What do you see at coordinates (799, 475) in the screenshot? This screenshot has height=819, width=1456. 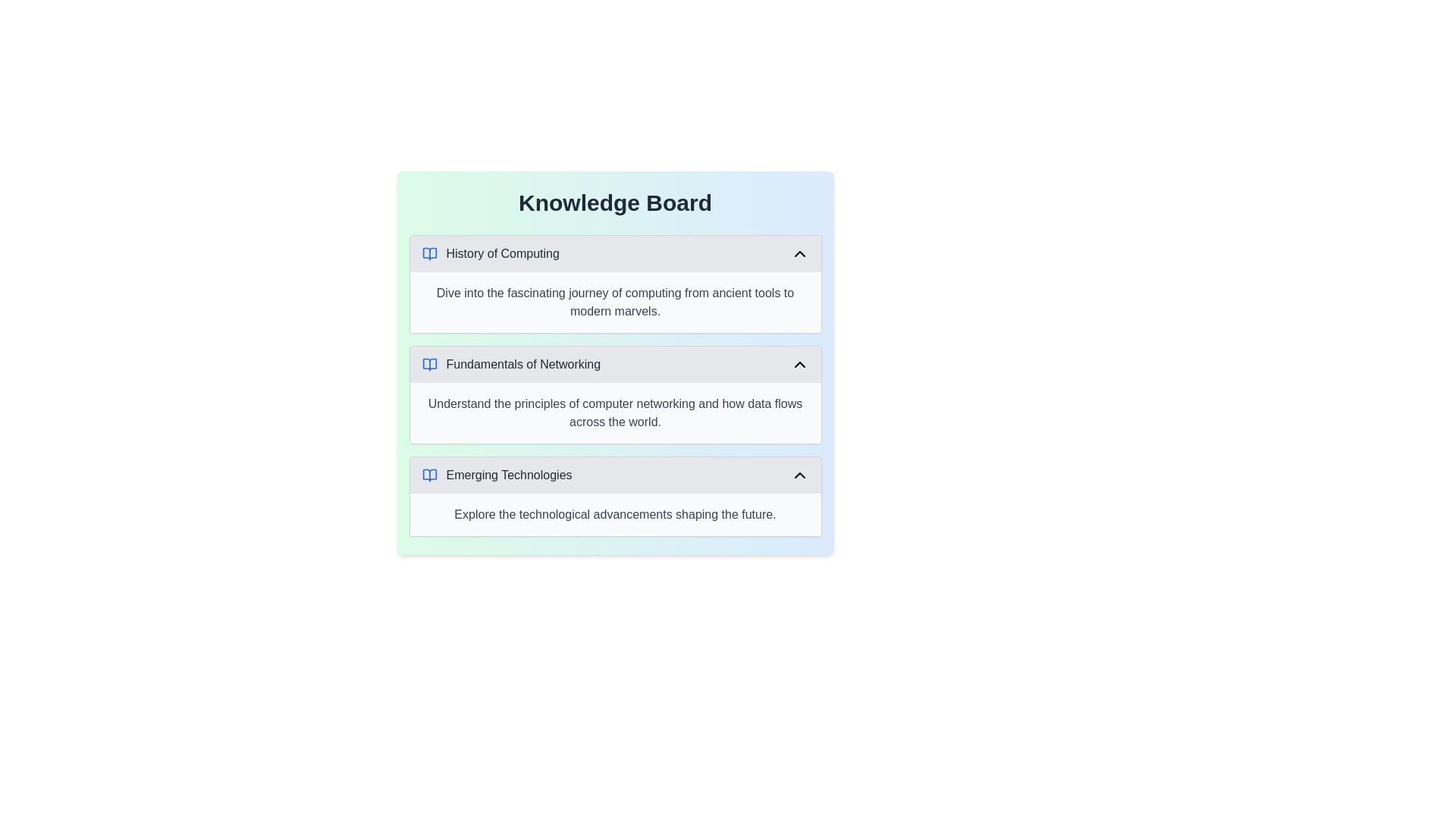 I see `the upward chevron icon located at the far right of the 'Emerging Technologies' section header` at bounding box center [799, 475].